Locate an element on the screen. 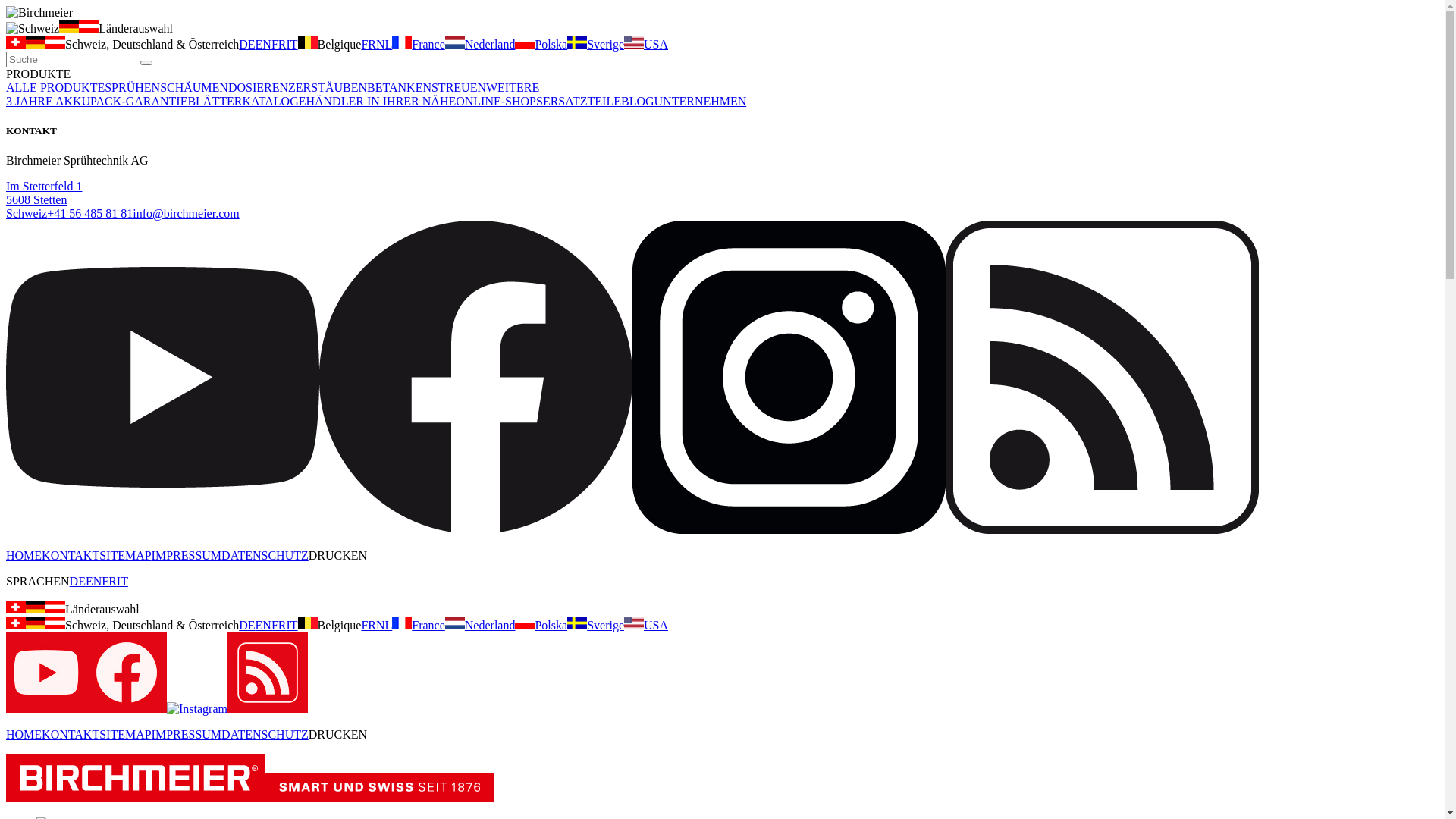 Image resolution: width=1456 pixels, height=819 pixels. 'Im Stetterfeld 1 is located at coordinates (43, 199).